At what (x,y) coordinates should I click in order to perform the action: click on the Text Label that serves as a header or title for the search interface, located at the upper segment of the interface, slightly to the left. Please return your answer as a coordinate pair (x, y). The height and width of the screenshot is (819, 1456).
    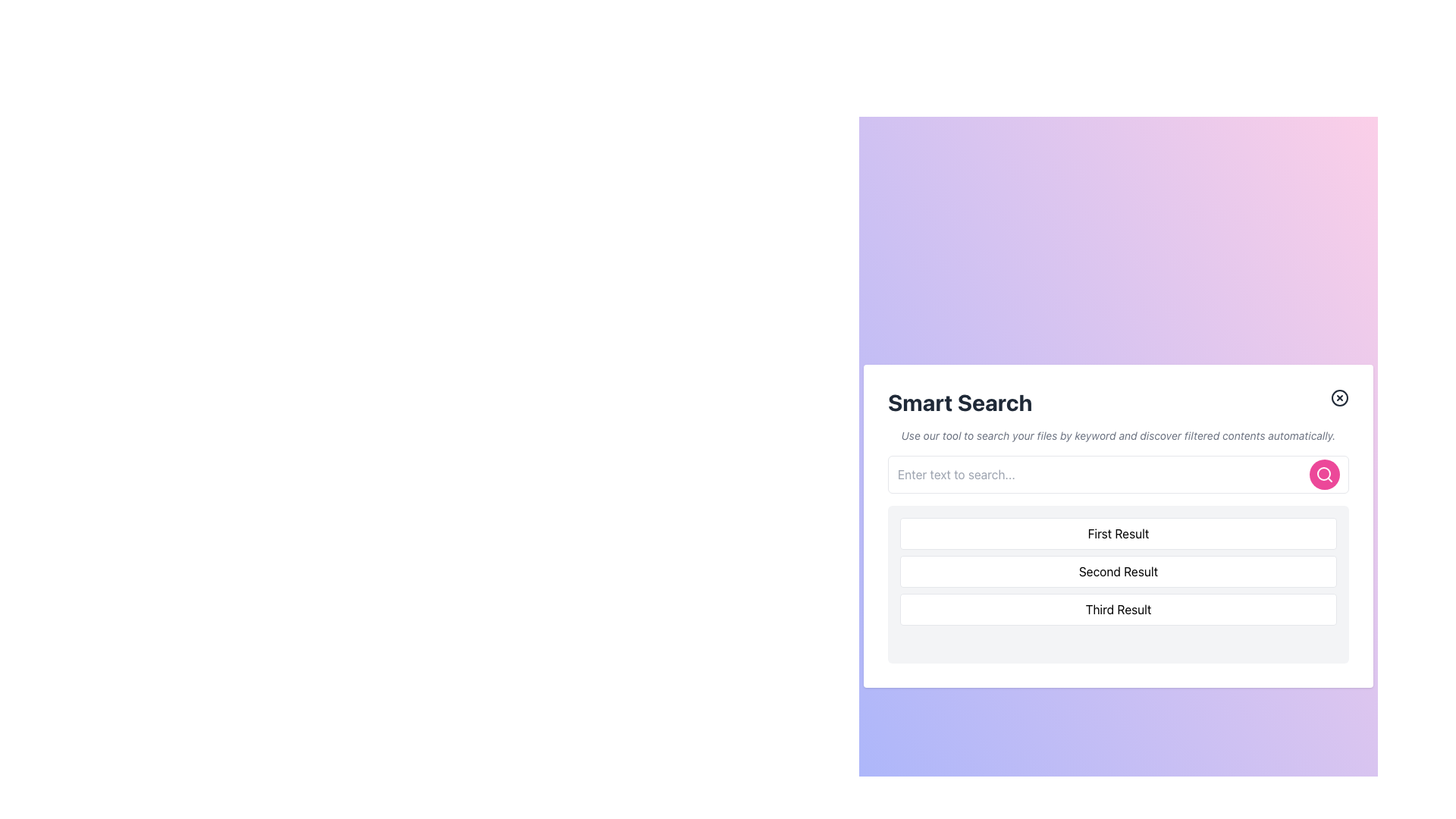
    Looking at the image, I should click on (959, 402).